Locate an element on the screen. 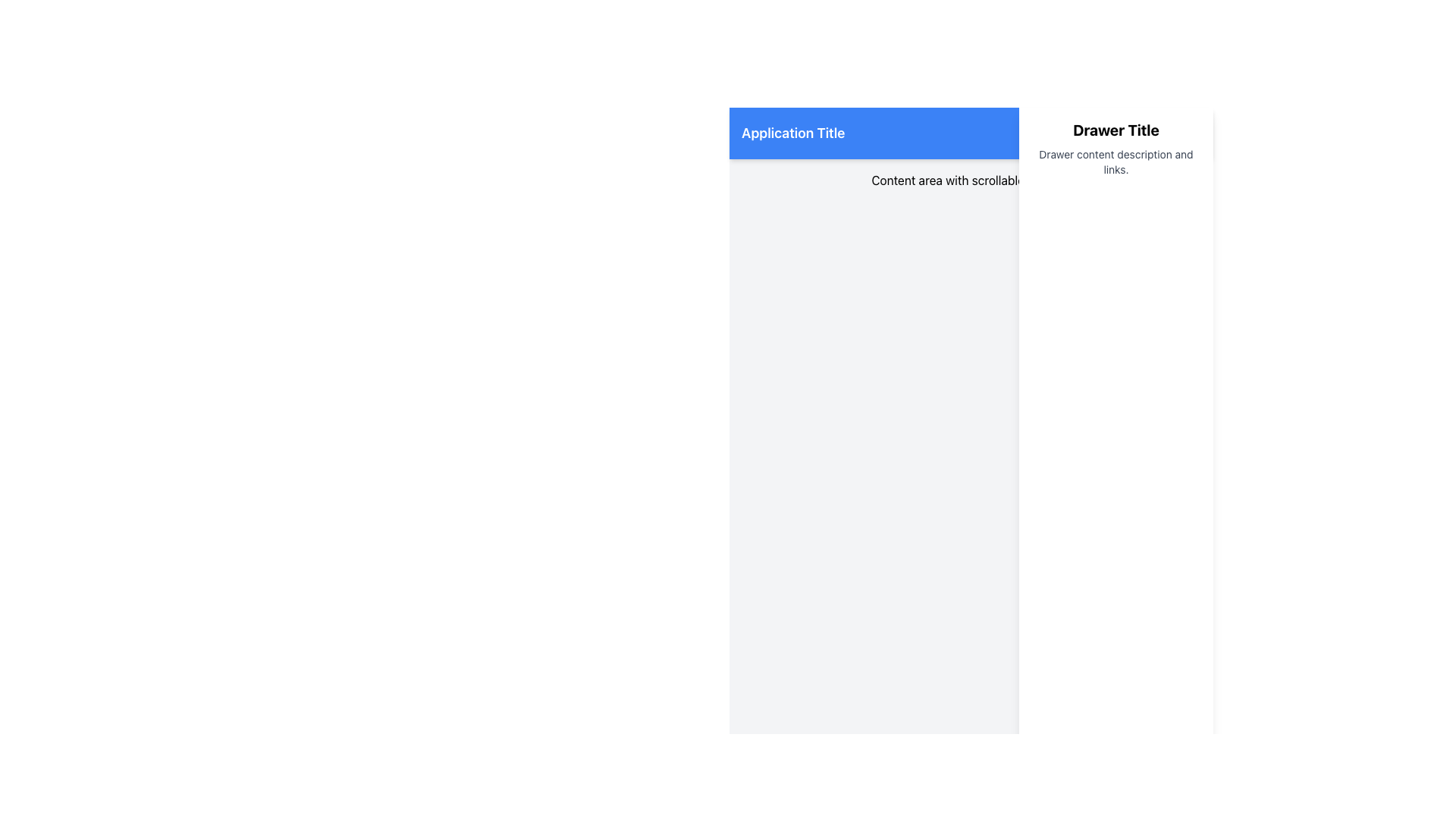 The width and height of the screenshot is (1456, 819). text from the bold-styled label 'Drawer Title' located at the top center of the sidebar on the right side of the layout is located at coordinates (1116, 130).